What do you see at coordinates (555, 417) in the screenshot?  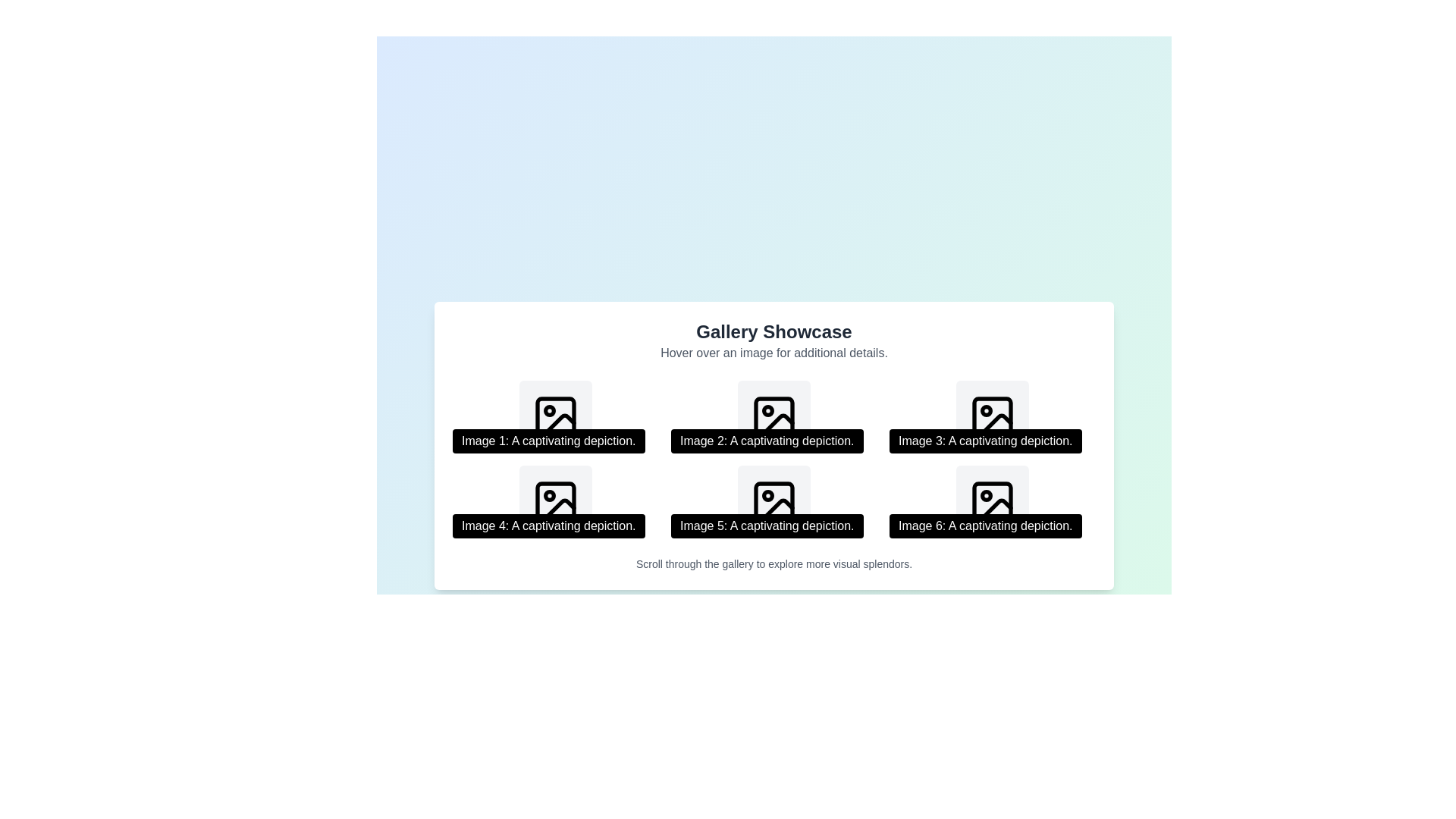 I see `the non-interactive rectangular graphical component located within the top-left image preview of the gallery grid` at bounding box center [555, 417].